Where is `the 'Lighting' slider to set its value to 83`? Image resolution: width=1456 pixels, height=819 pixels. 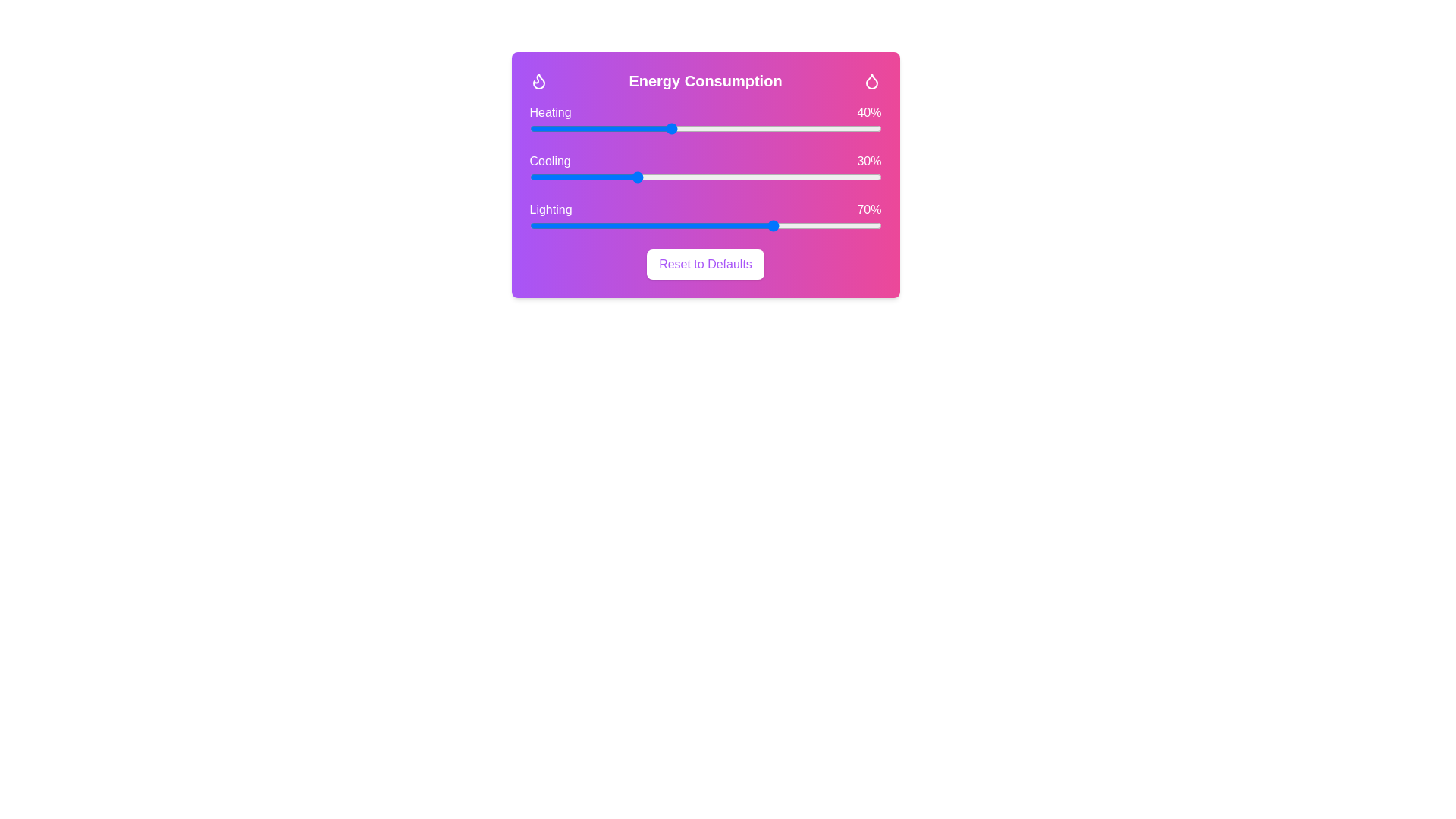 the 'Lighting' slider to set its value to 83 is located at coordinates (821, 225).